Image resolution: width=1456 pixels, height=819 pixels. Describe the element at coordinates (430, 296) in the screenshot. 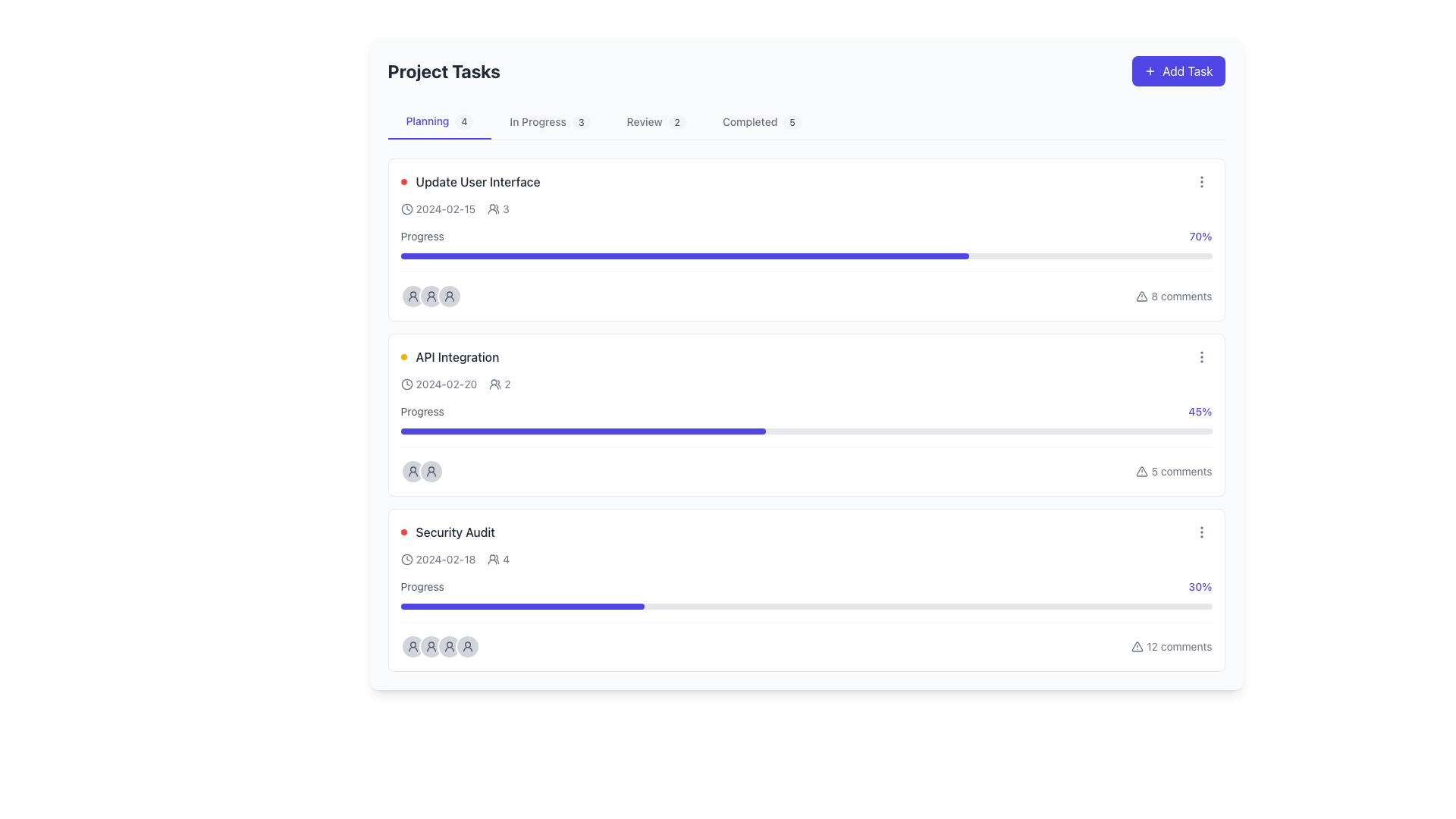

I see `the user avatar icon, which is a small rounded icon resembling a user's silhouette in a gray circular background` at that location.